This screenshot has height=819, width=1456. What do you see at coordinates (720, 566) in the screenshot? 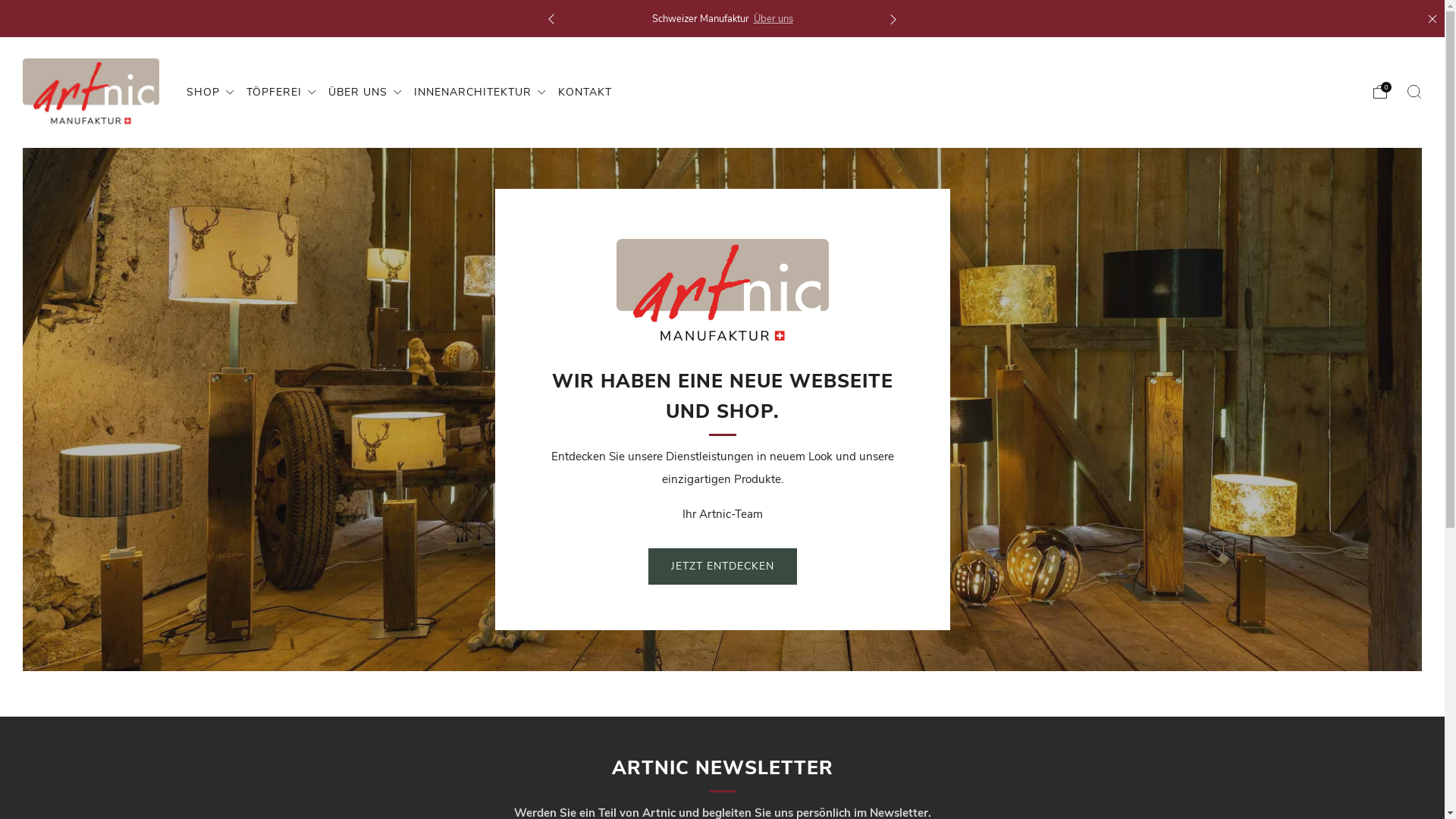
I see `'JETZT ENTDECKEN'` at bounding box center [720, 566].